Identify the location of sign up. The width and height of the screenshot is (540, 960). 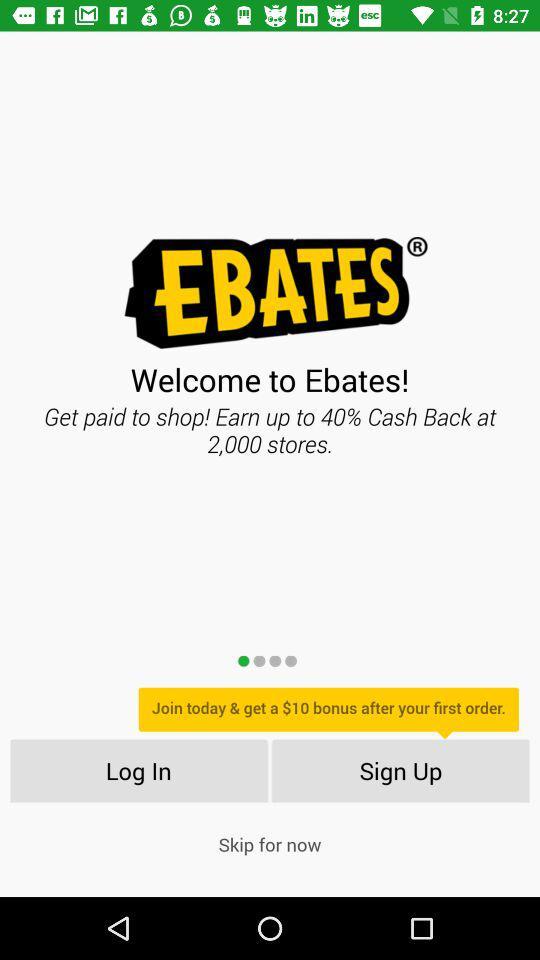
(401, 769).